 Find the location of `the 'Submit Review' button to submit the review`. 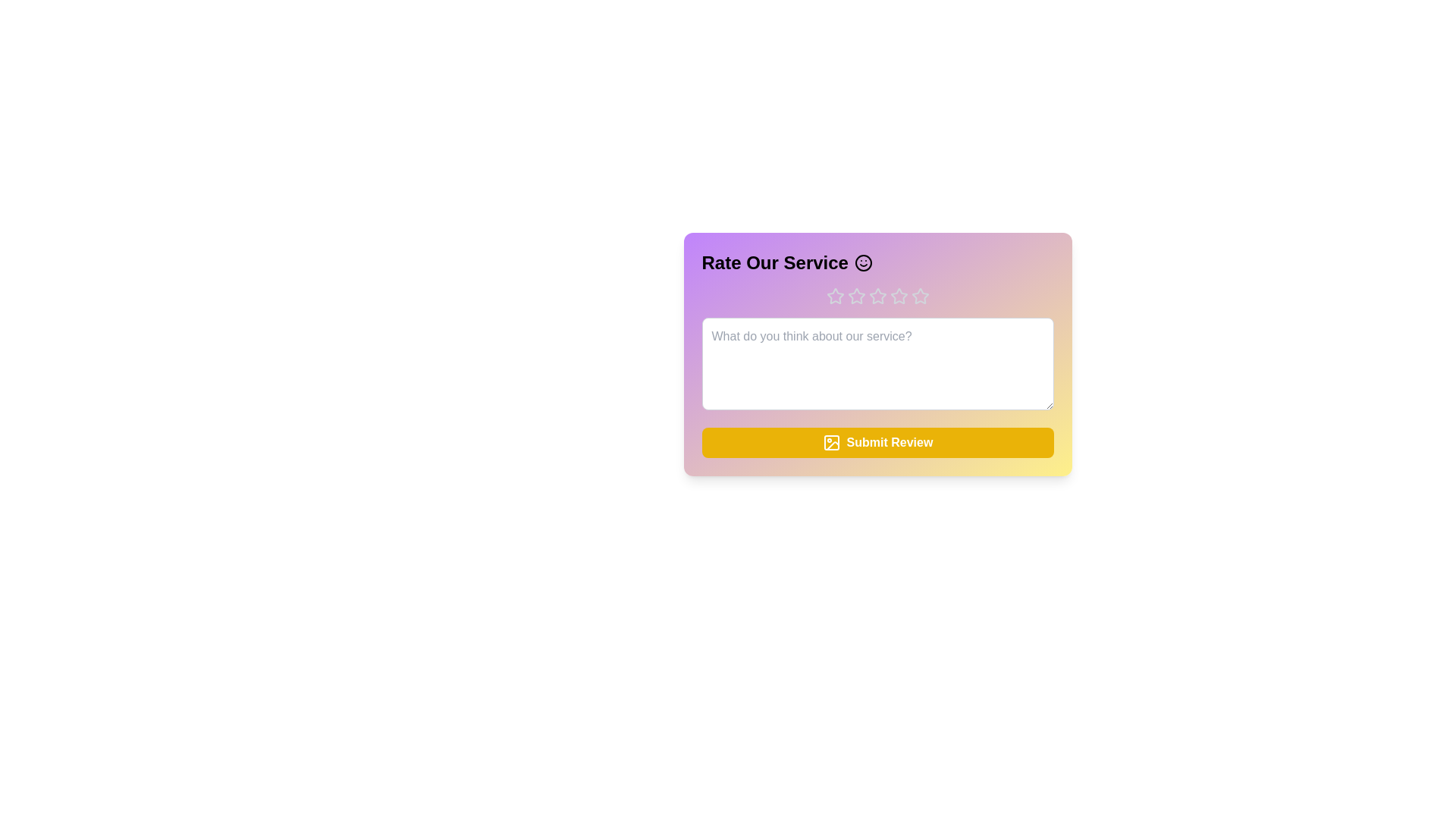

the 'Submit Review' button to submit the review is located at coordinates (877, 442).